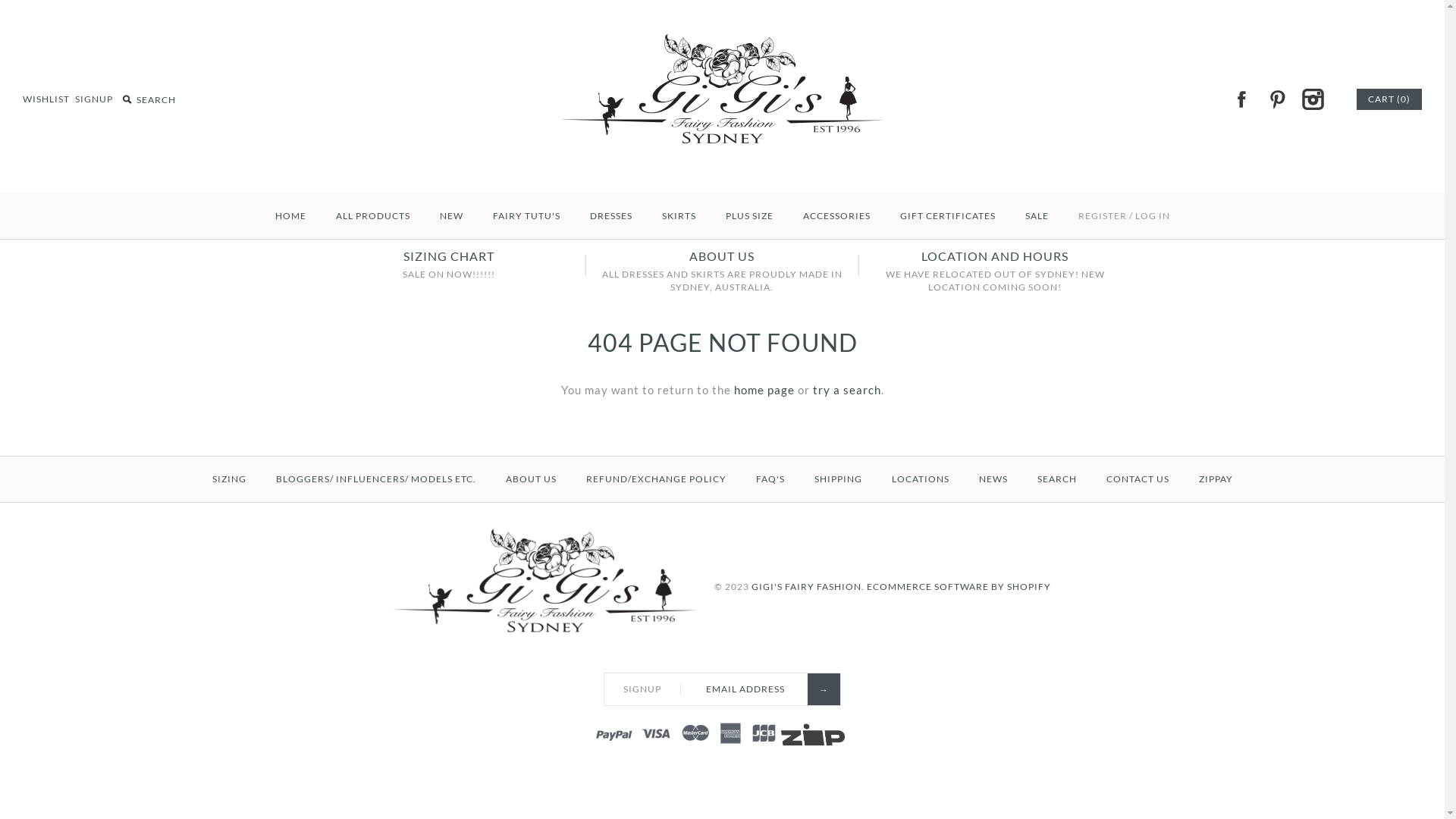 This screenshot has height=819, width=1456. Describe the element at coordinates (920, 479) in the screenshot. I see `'LOCATIONS'` at that location.